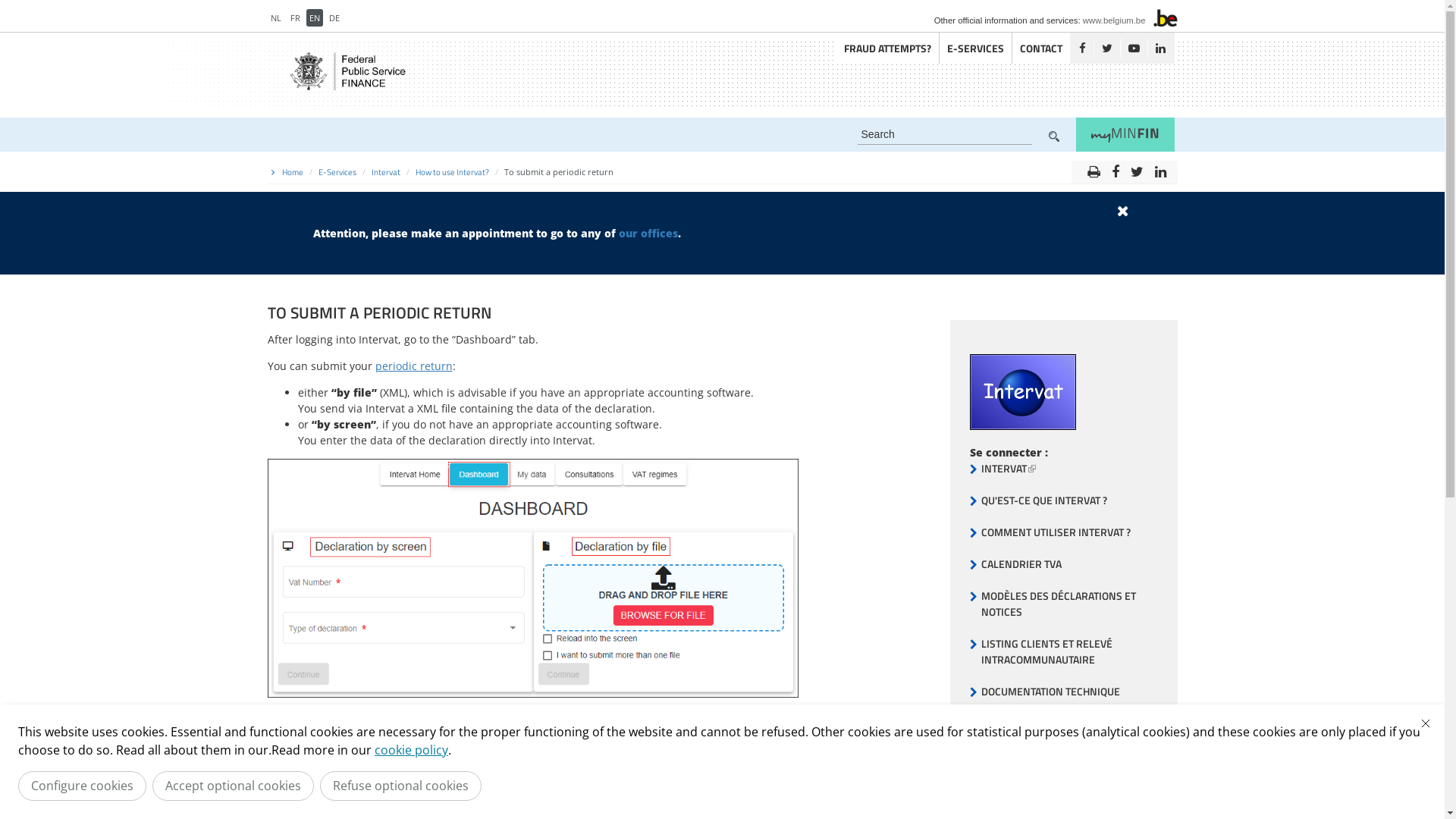  What do you see at coordinates (52, 0) in the screenshot?
I see `'Skip to main content'` at bounding box center [52, 0].